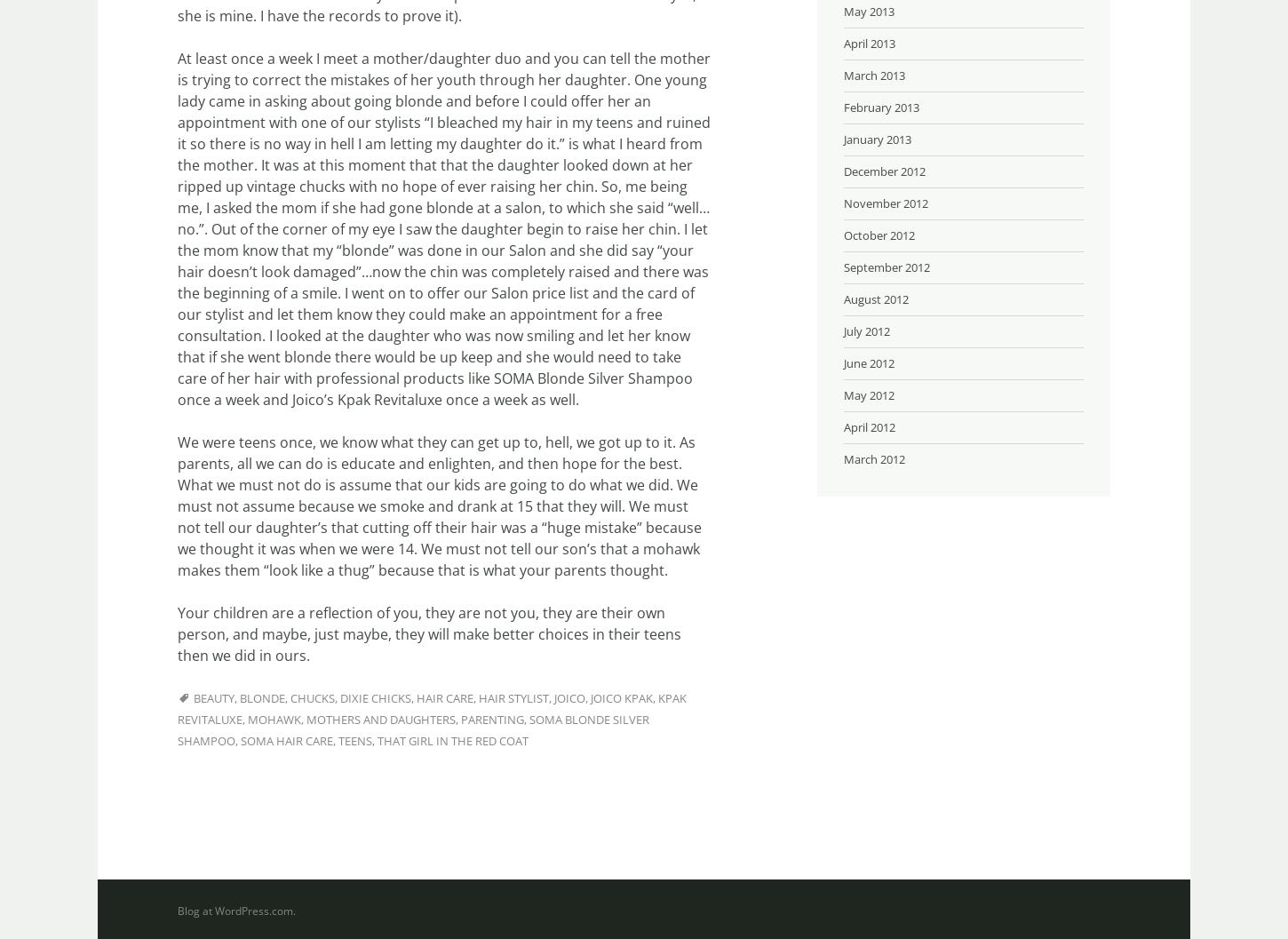 This screenshot has height=939, width=1288. Describe the element at coordinates (354, 739) in the screenshot. I see `'teens'` at that location.